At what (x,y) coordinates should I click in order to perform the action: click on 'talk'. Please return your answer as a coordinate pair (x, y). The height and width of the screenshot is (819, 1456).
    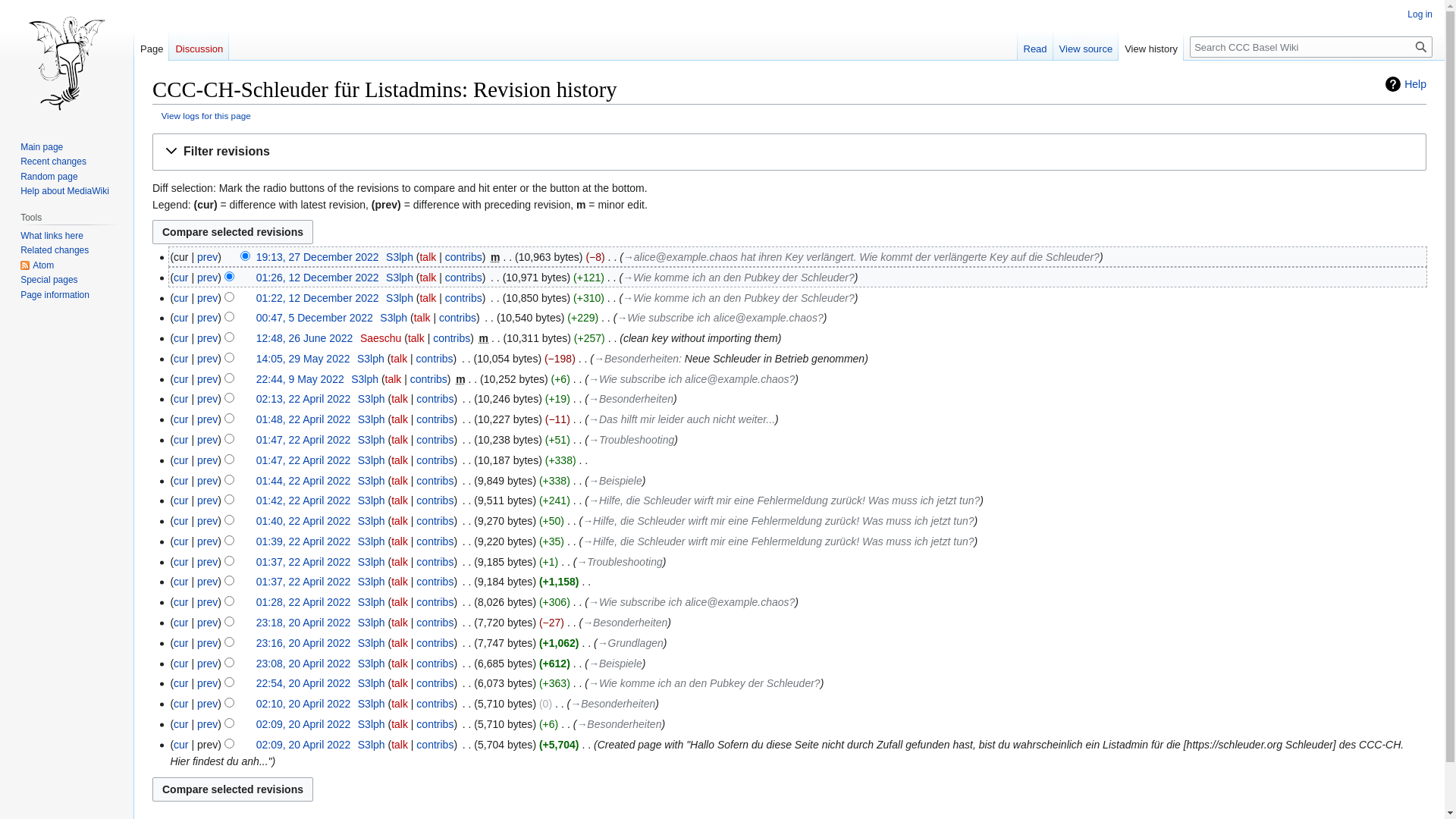
    Looking at the image, I should click on (427, 278).